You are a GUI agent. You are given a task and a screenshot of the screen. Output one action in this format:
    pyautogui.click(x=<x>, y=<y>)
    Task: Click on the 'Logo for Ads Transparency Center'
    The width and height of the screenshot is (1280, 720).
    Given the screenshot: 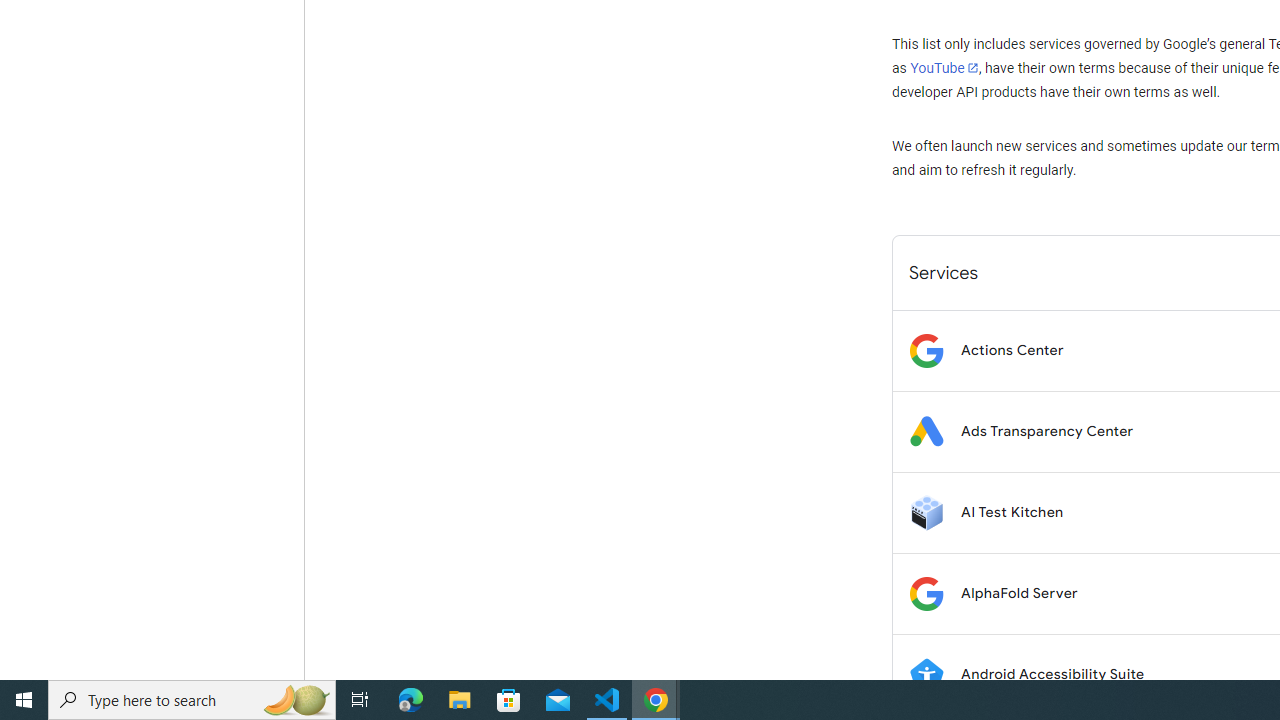 What is the action you would take?
    pyautogui.click(x=925, y=430)
    